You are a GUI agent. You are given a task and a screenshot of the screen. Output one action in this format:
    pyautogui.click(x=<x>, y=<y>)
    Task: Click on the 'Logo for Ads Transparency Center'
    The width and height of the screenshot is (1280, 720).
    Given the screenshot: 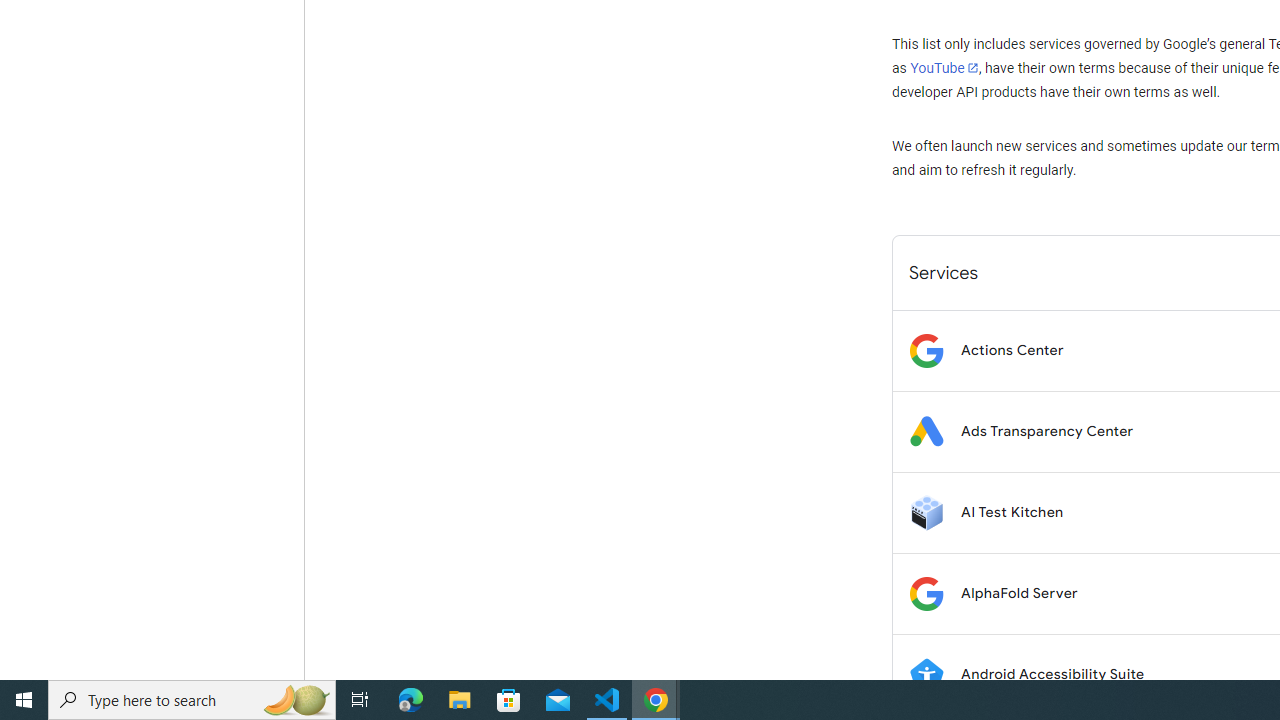 What is the action you would take?
    pyautogui.click(x=925, y=430)
    